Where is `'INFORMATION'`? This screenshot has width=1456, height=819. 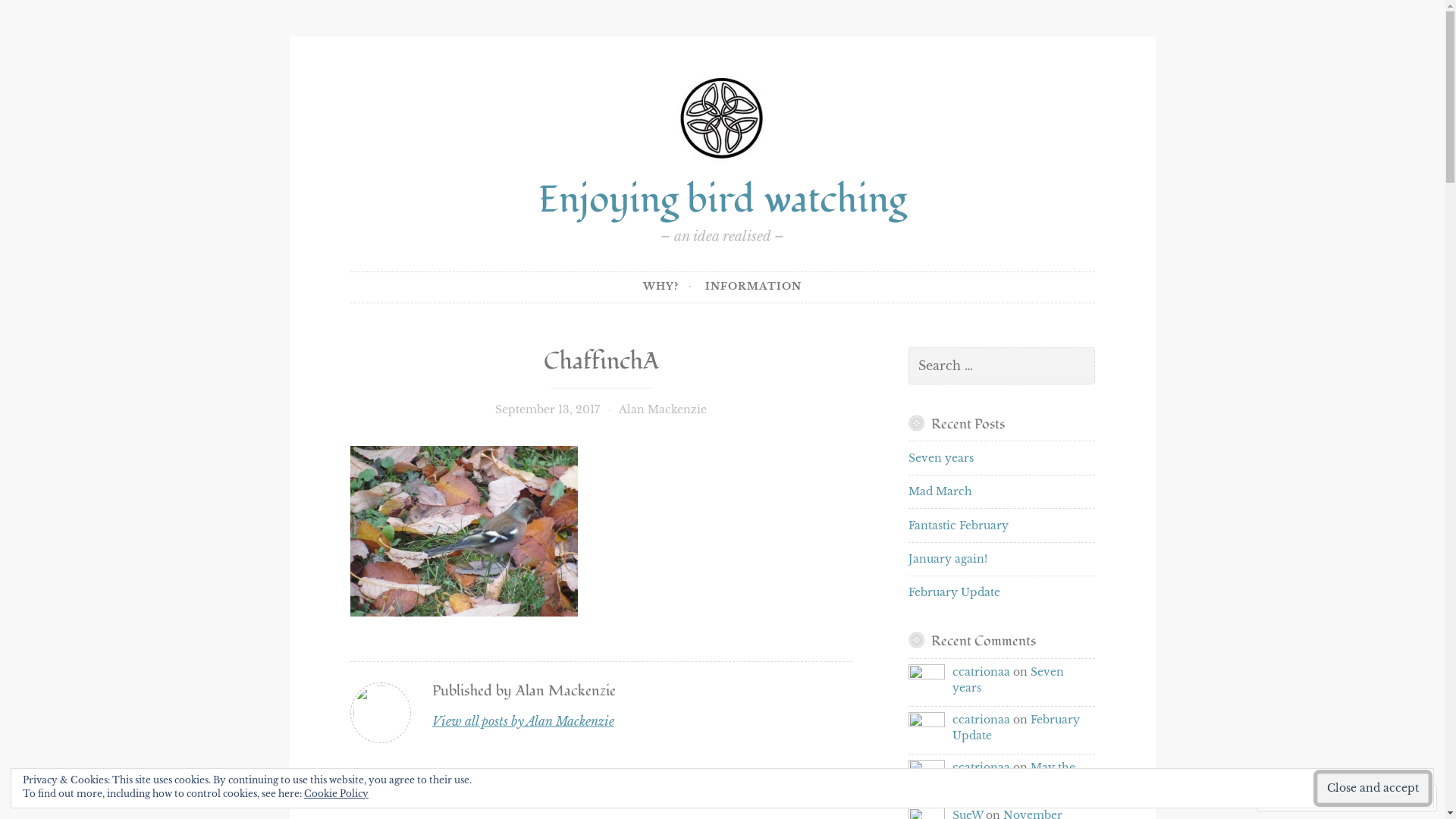
'INFORMATION' is located at coordinates (753, 287).